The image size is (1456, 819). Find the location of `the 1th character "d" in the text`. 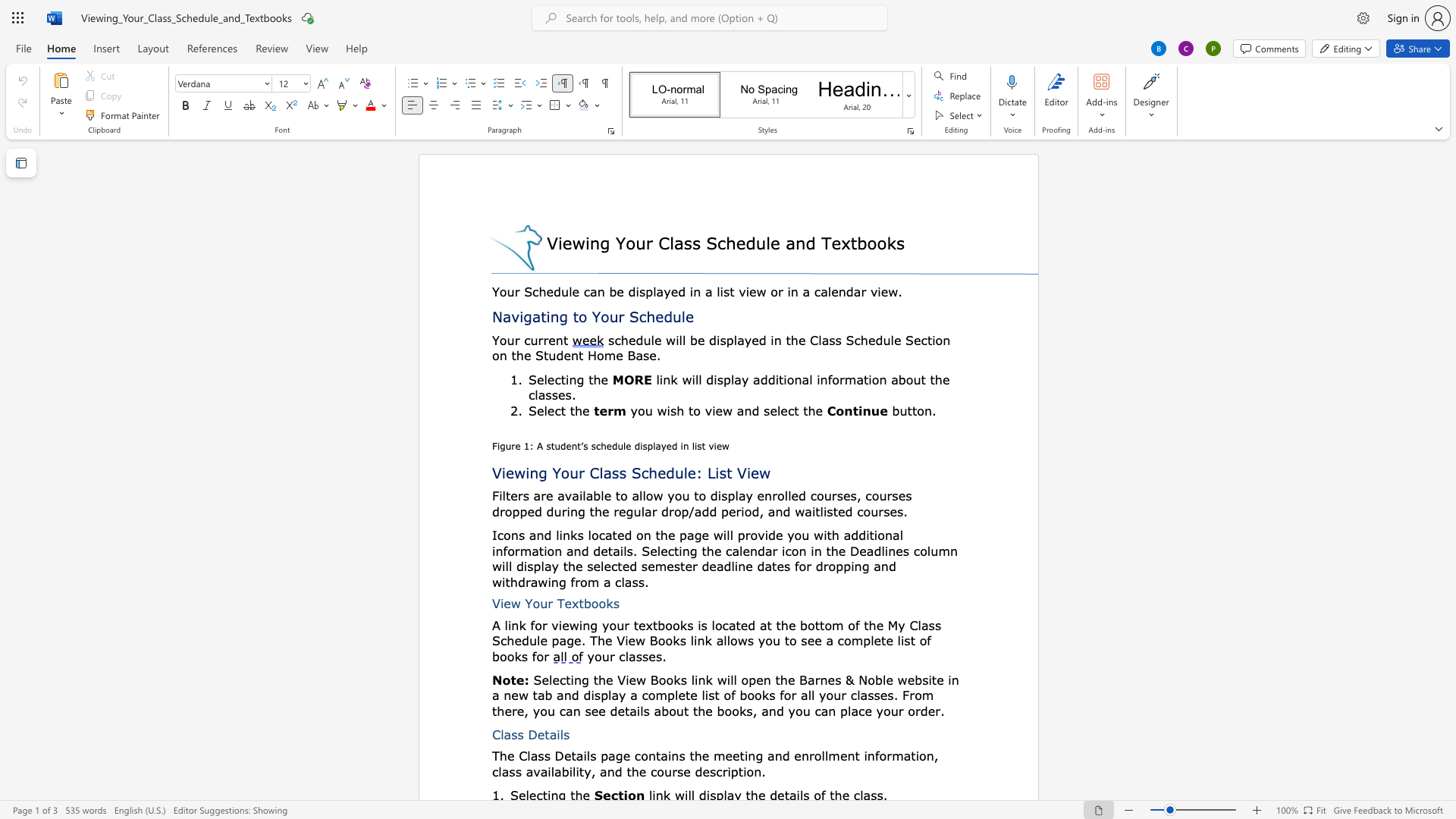

the 1th character "d" in the text is located at coordinates (764, 378).